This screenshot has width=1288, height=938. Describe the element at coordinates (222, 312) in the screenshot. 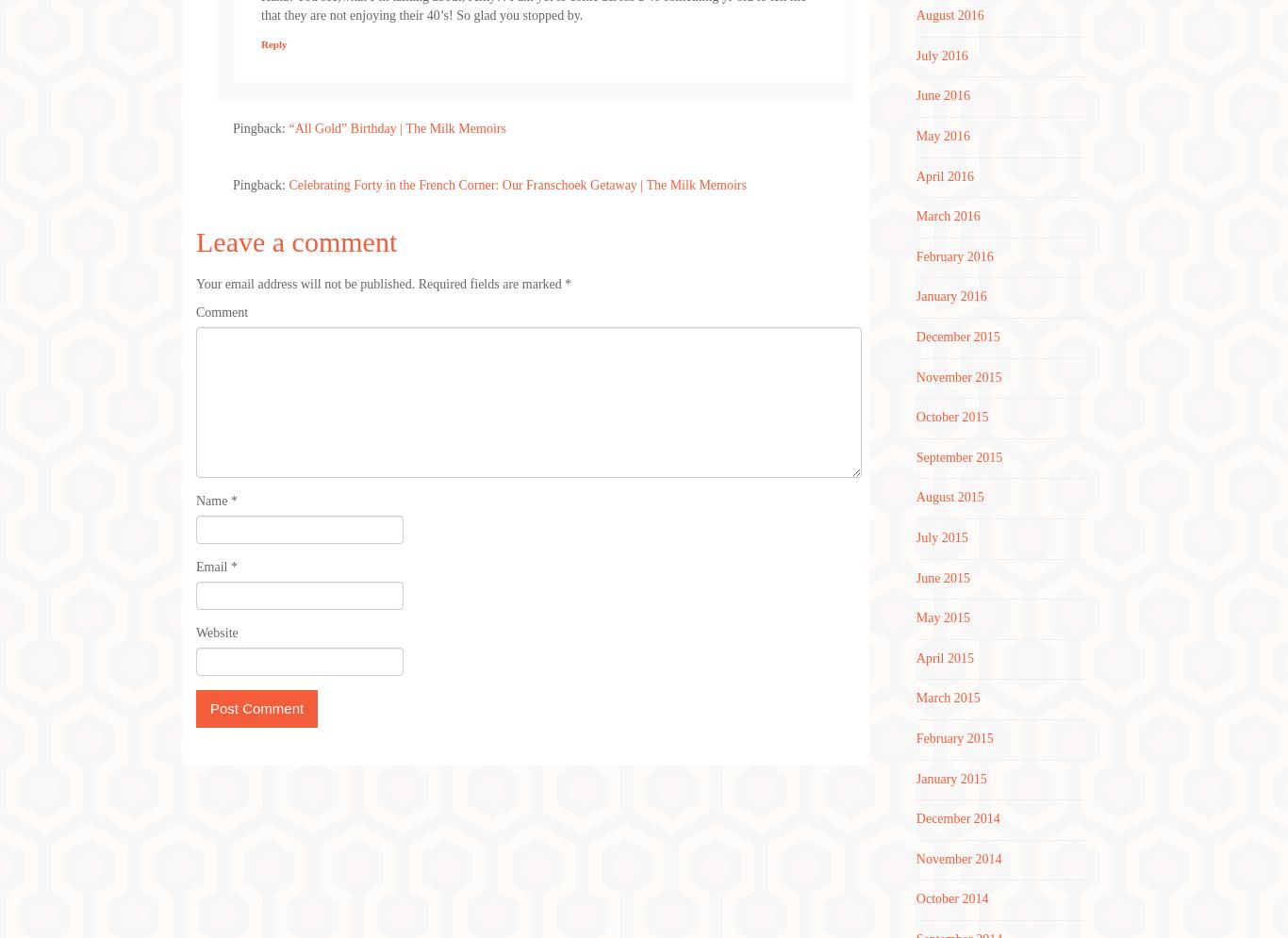

I see `'Comment'` at that location.